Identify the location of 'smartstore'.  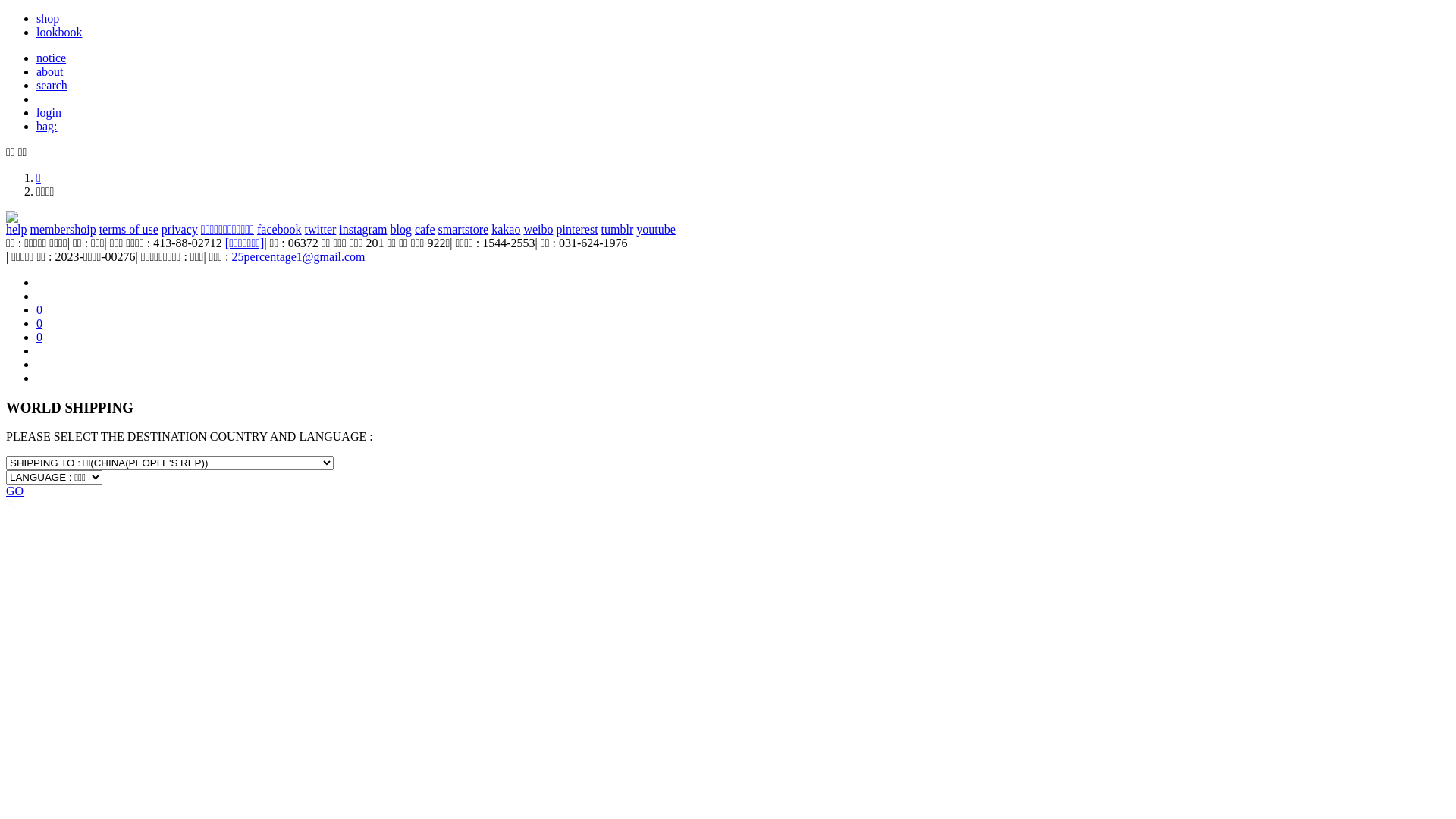
(463, 229).